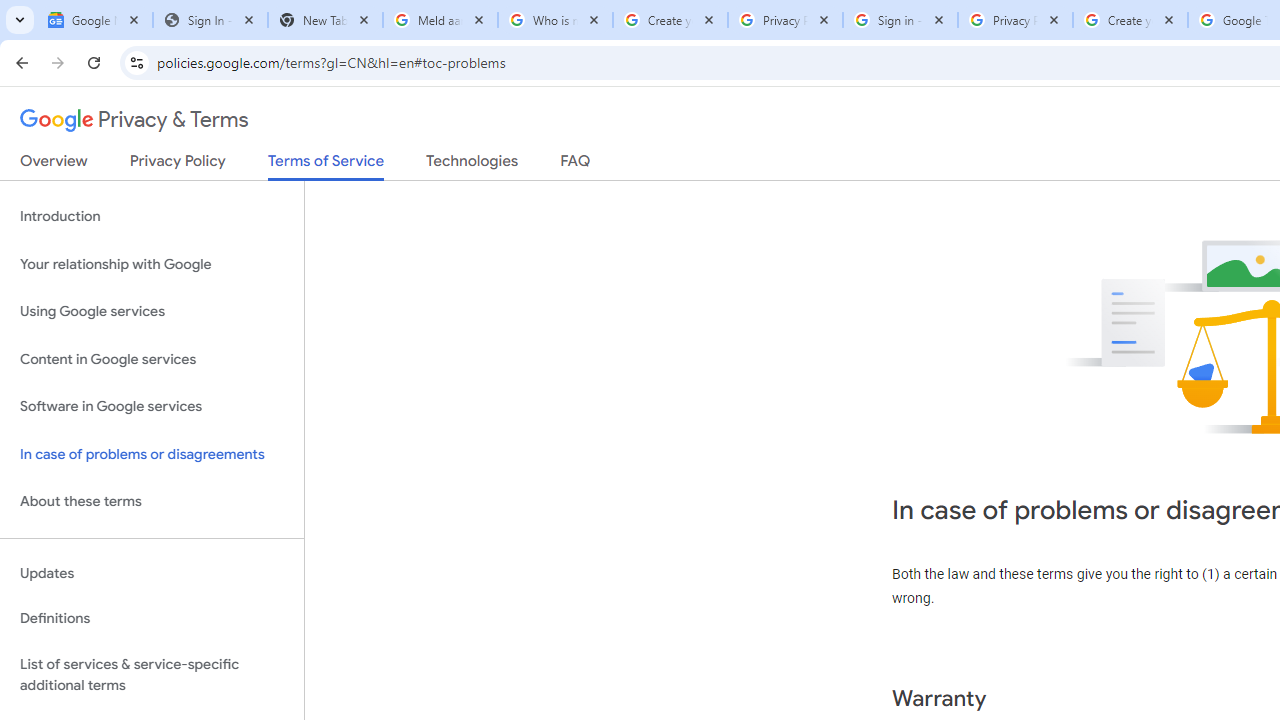  I want to click on 'Privacy & Terms', so click(134, 120).